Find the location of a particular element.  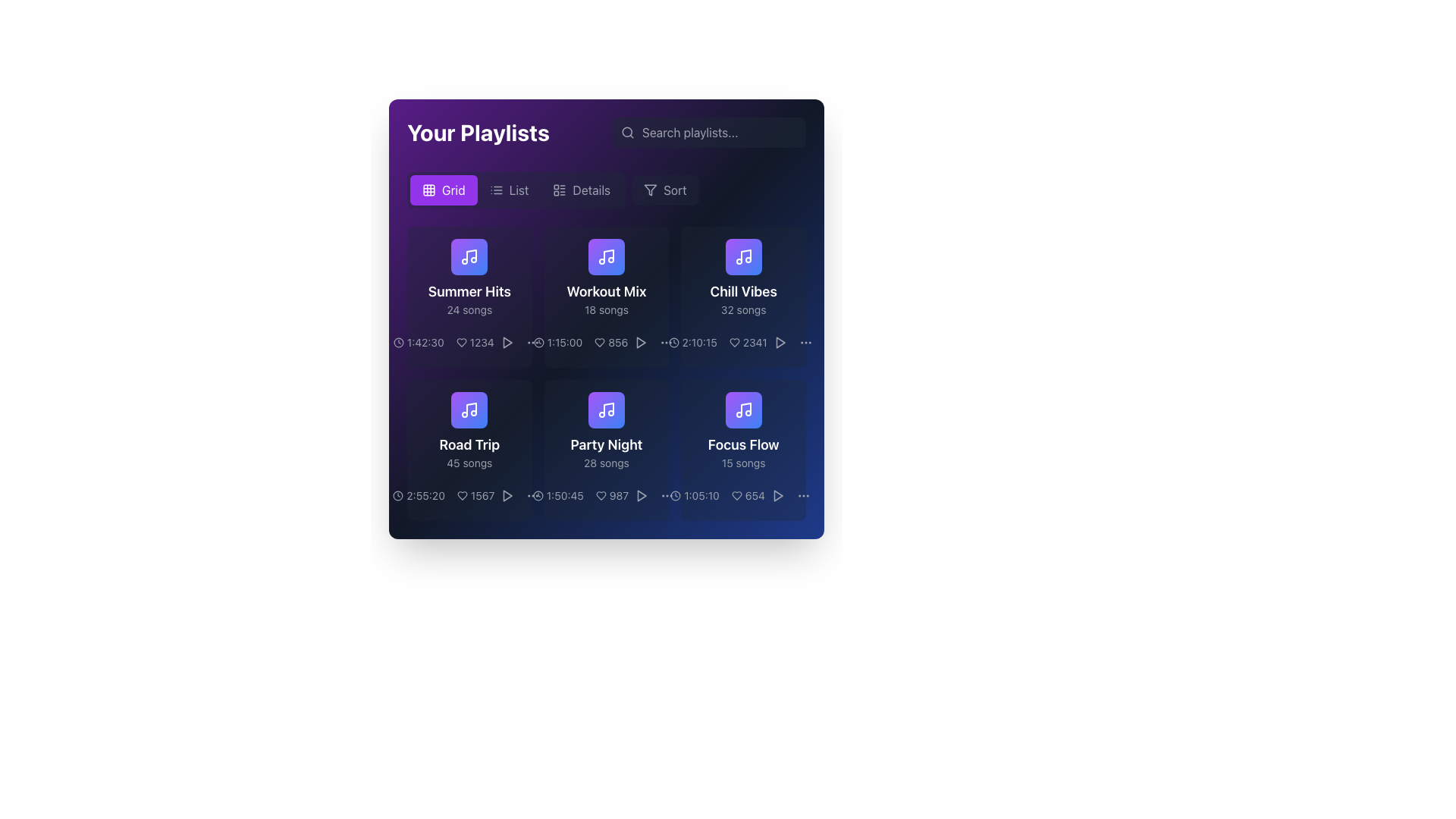

the play button on the 'Focus Flow' playlist card located in the bottom-right corner of the grid layout is located at coordinates (743, 450).